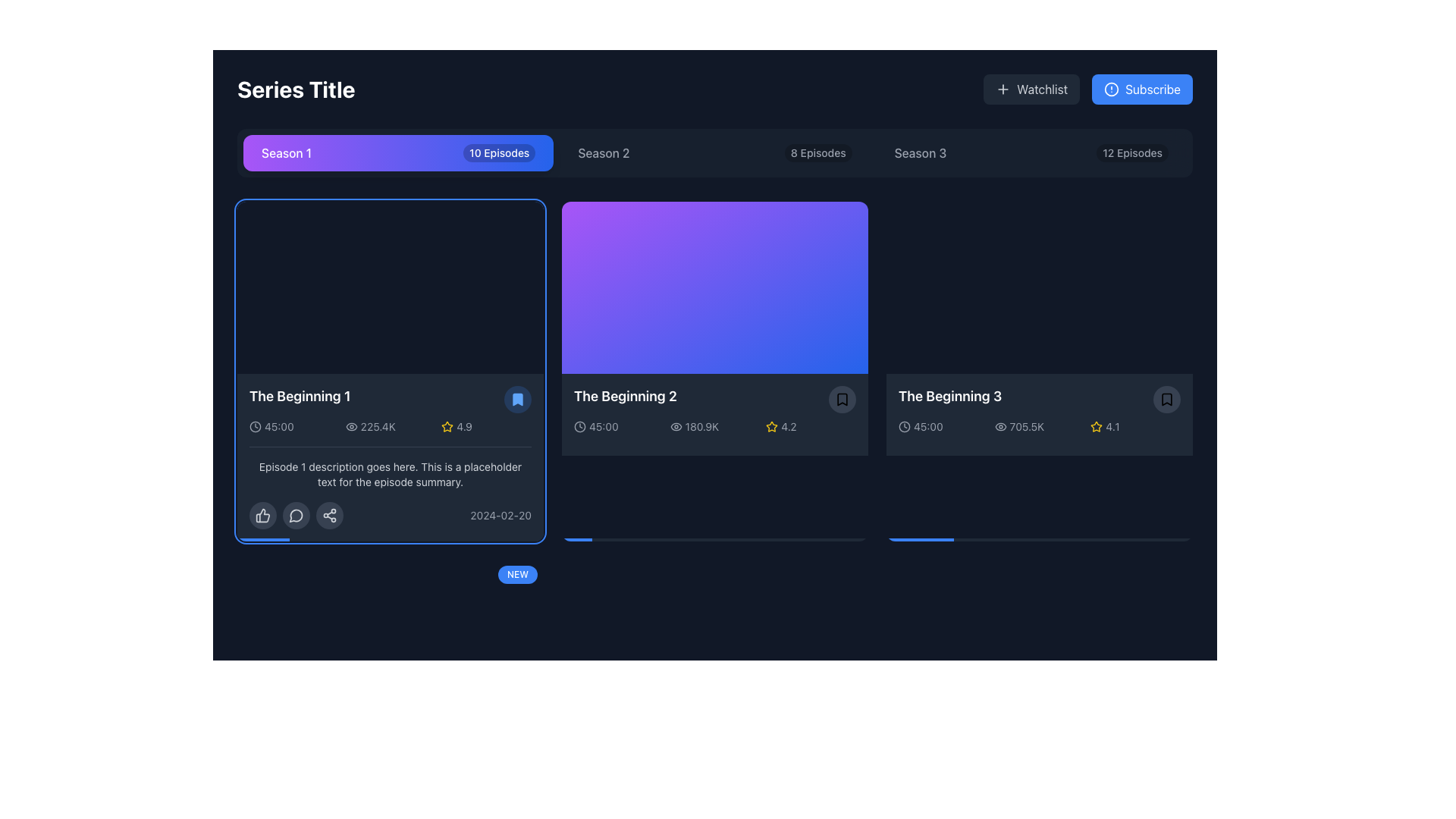 This screenshot has height=819, width=1456. What do you see at coordinates (1132, 152) in the screenshot?
I see `the text label displaying '12 Episodes' which is styled with rounded edges and a semi-transparent dark background, positioned next to the 'Season 3' label` at bounding box center [1132, 152].